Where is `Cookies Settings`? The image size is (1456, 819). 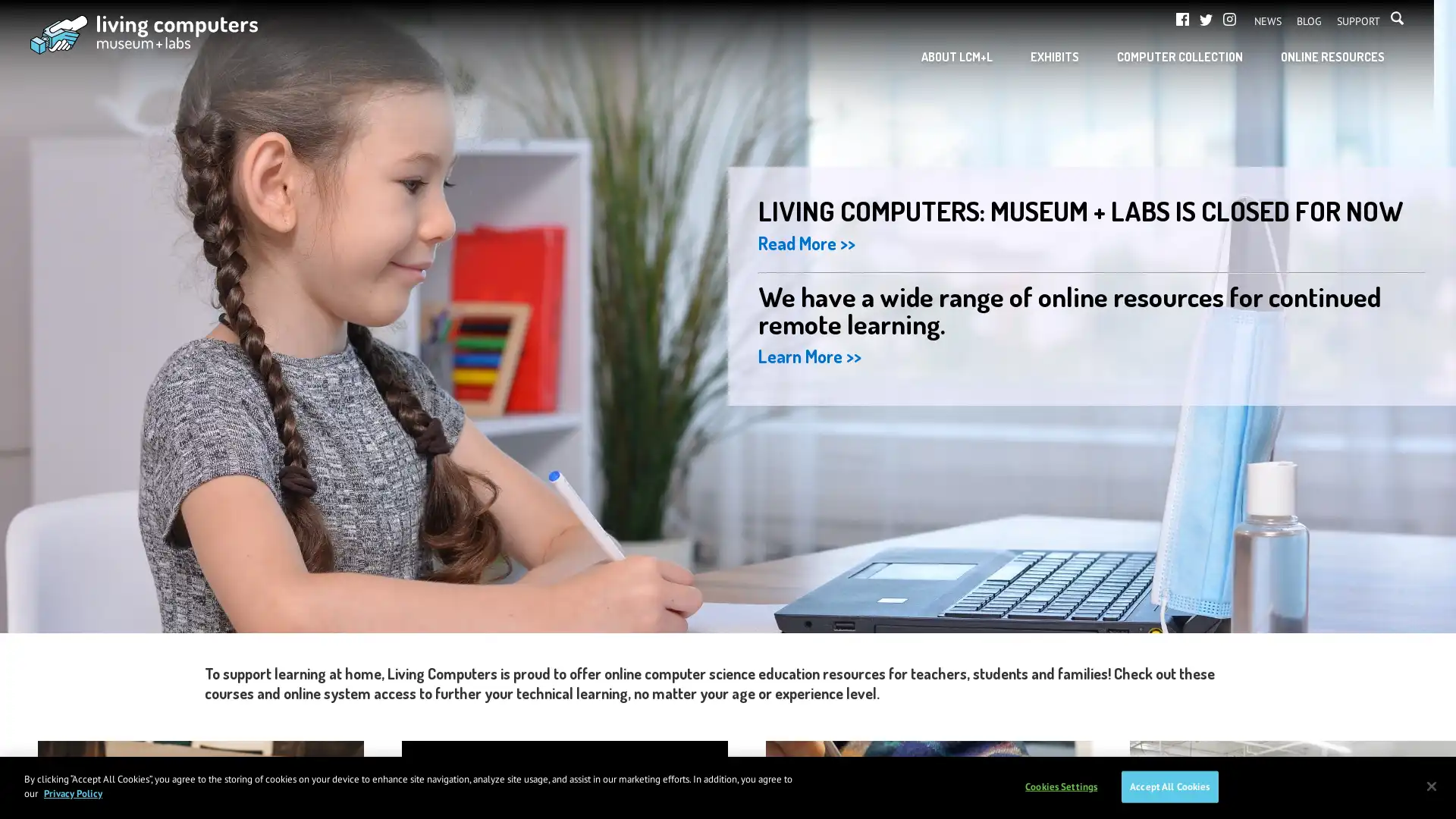
Cookies Settings is located at coordinates (1060, 786).